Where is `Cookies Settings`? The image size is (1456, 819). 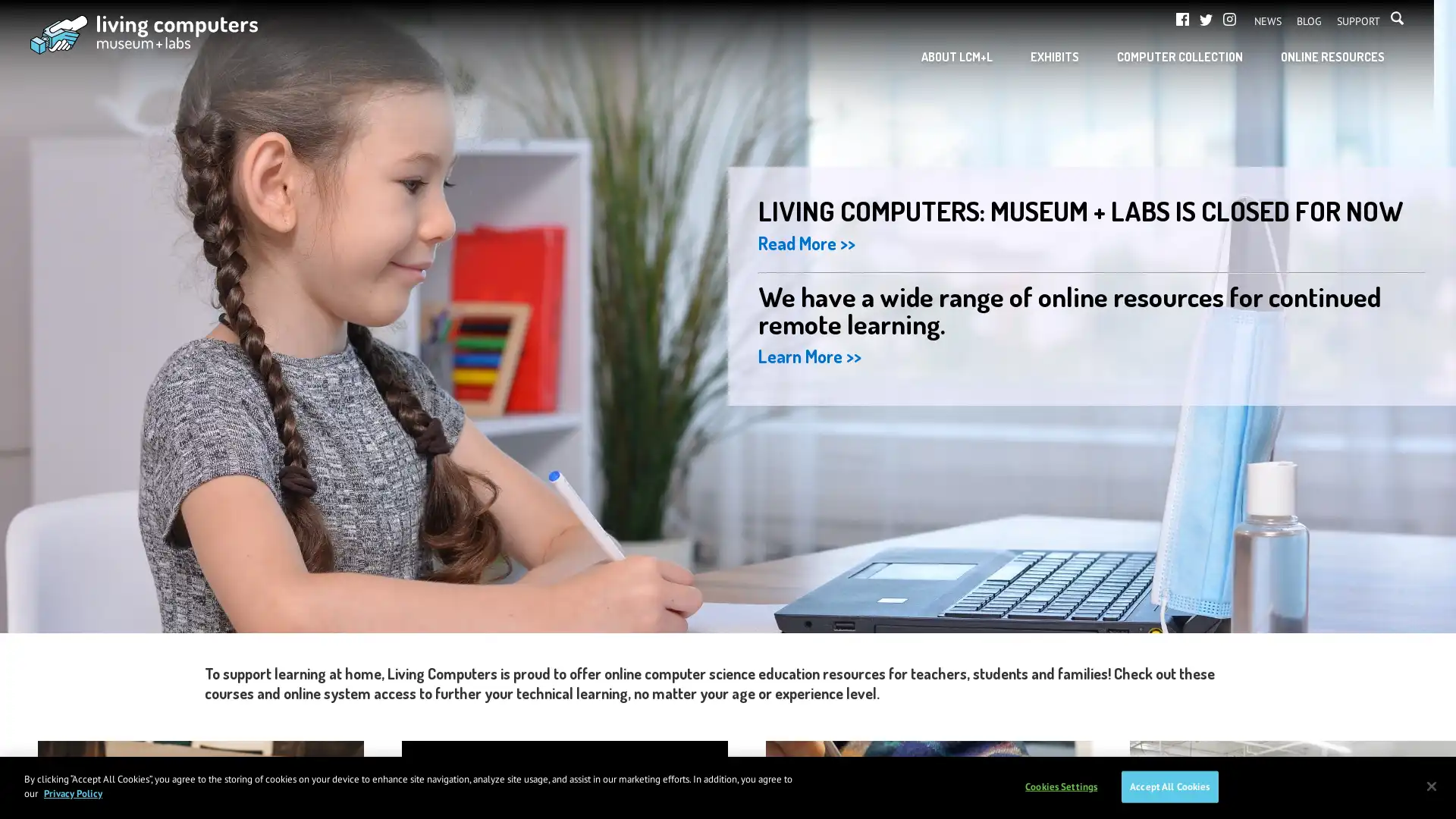
Cookies Settings is located at coordinates (1060, 786).